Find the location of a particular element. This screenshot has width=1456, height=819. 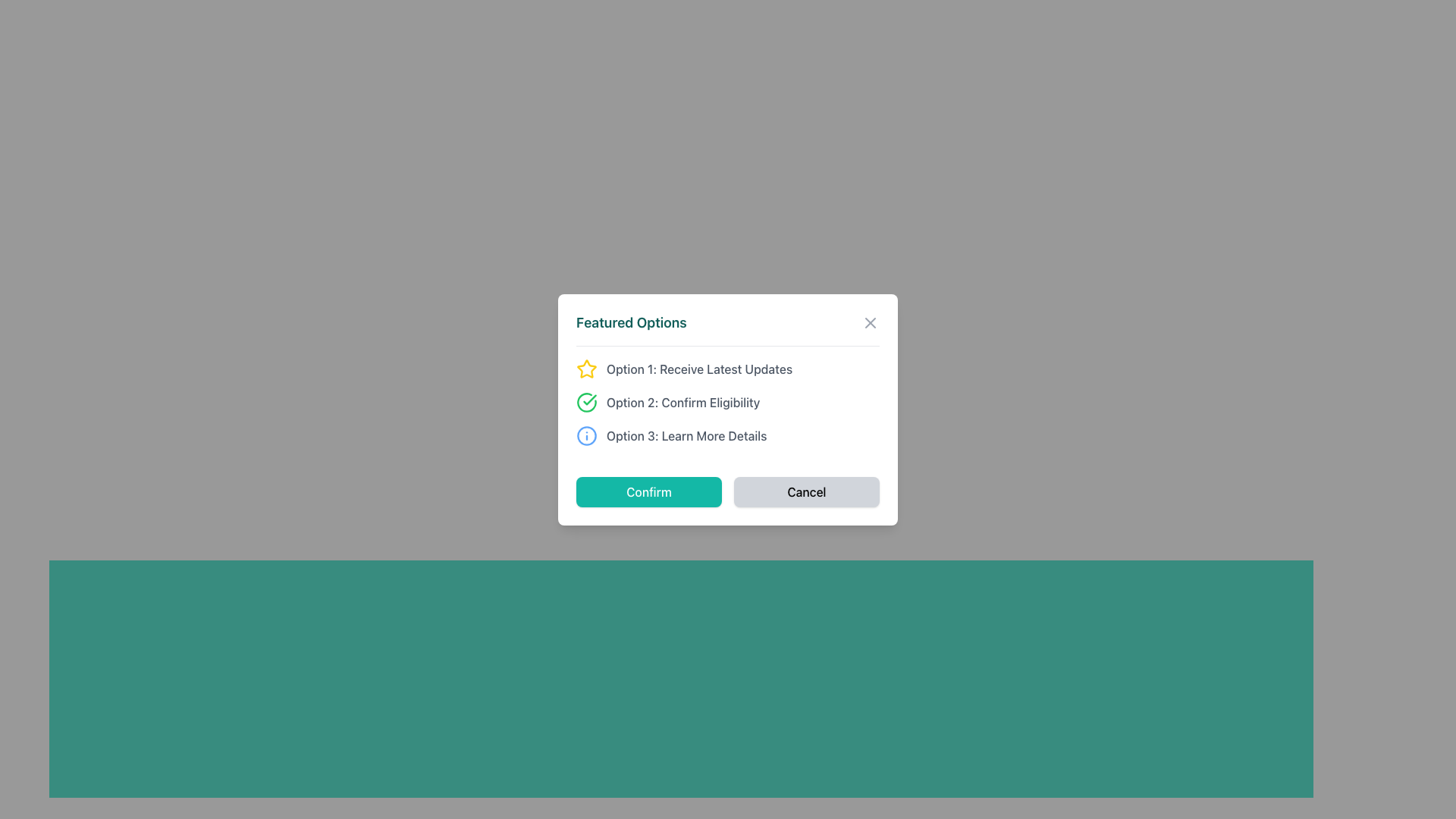

the SVG-based graphical icon representing a visual indicator for a selected or successful action state, located inside the modal under 'Option 2: Confirm Eligibility.' is located at coordinates (588, 399).